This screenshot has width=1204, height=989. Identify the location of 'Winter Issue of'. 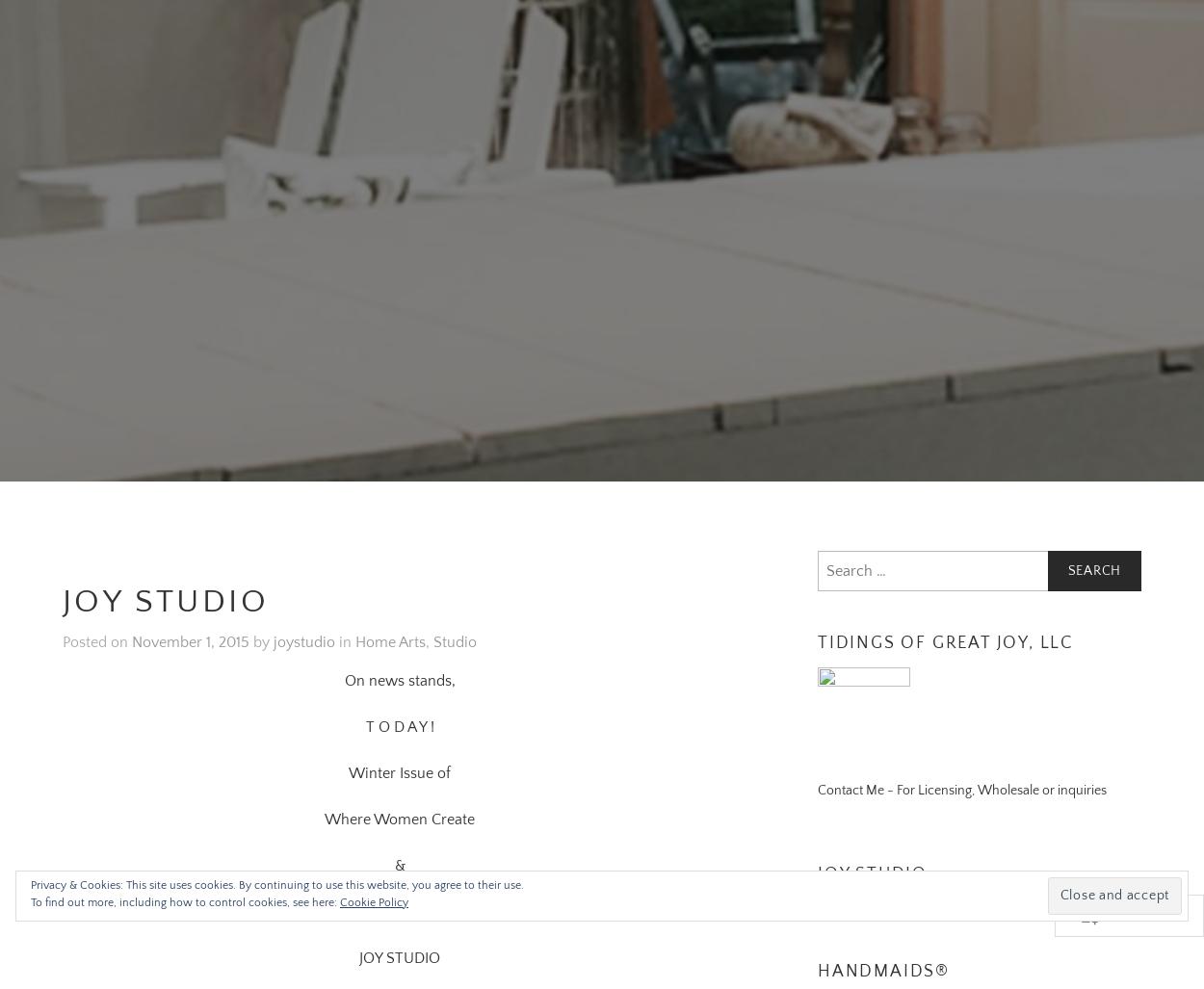
(400, 748).